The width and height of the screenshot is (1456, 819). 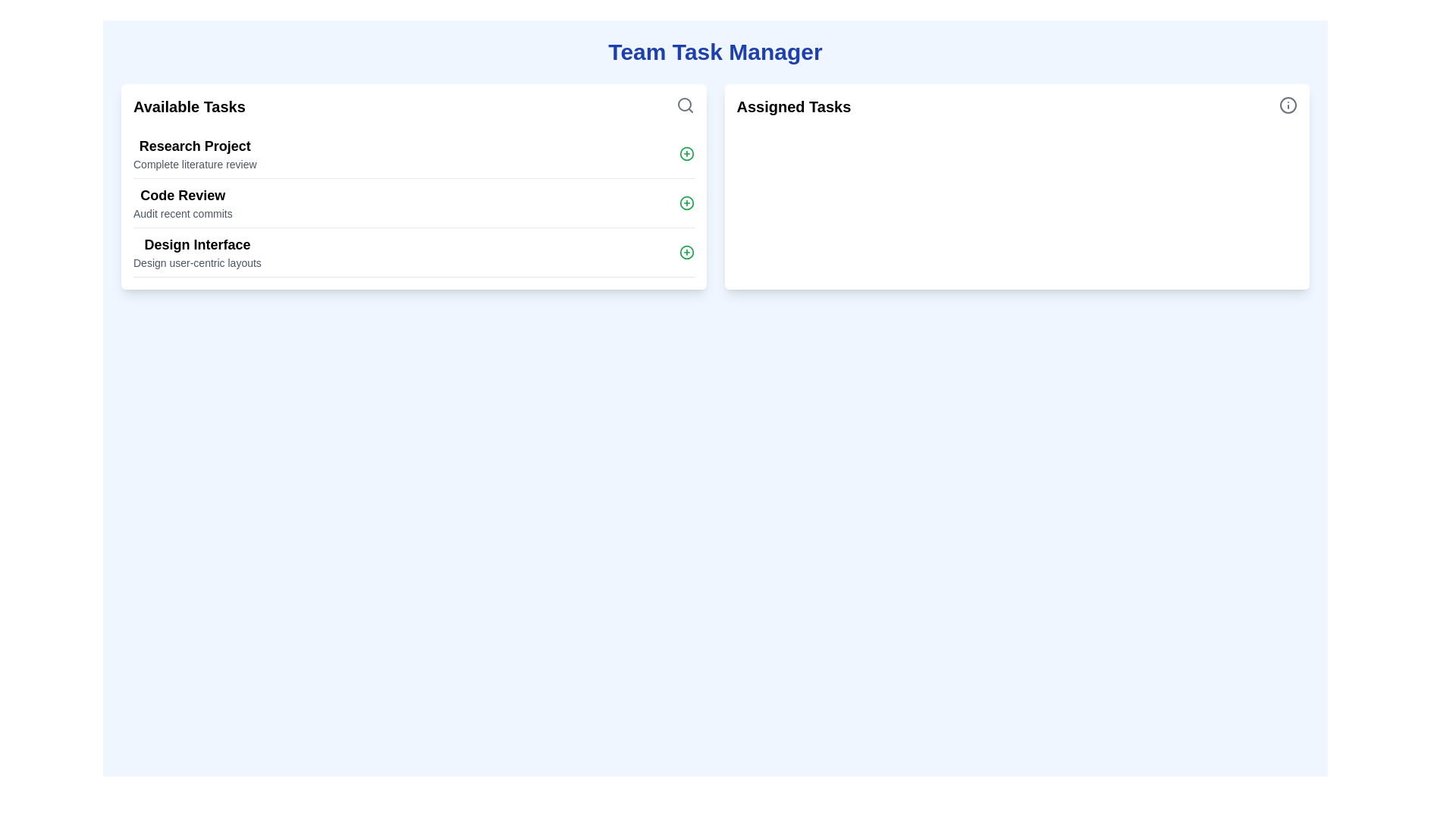 I want to click on the 'Code Review' text label, which is styled in bold and larger size, positioned as the second task title in the 'Available Tasks' section, so click(x=182, y=195).